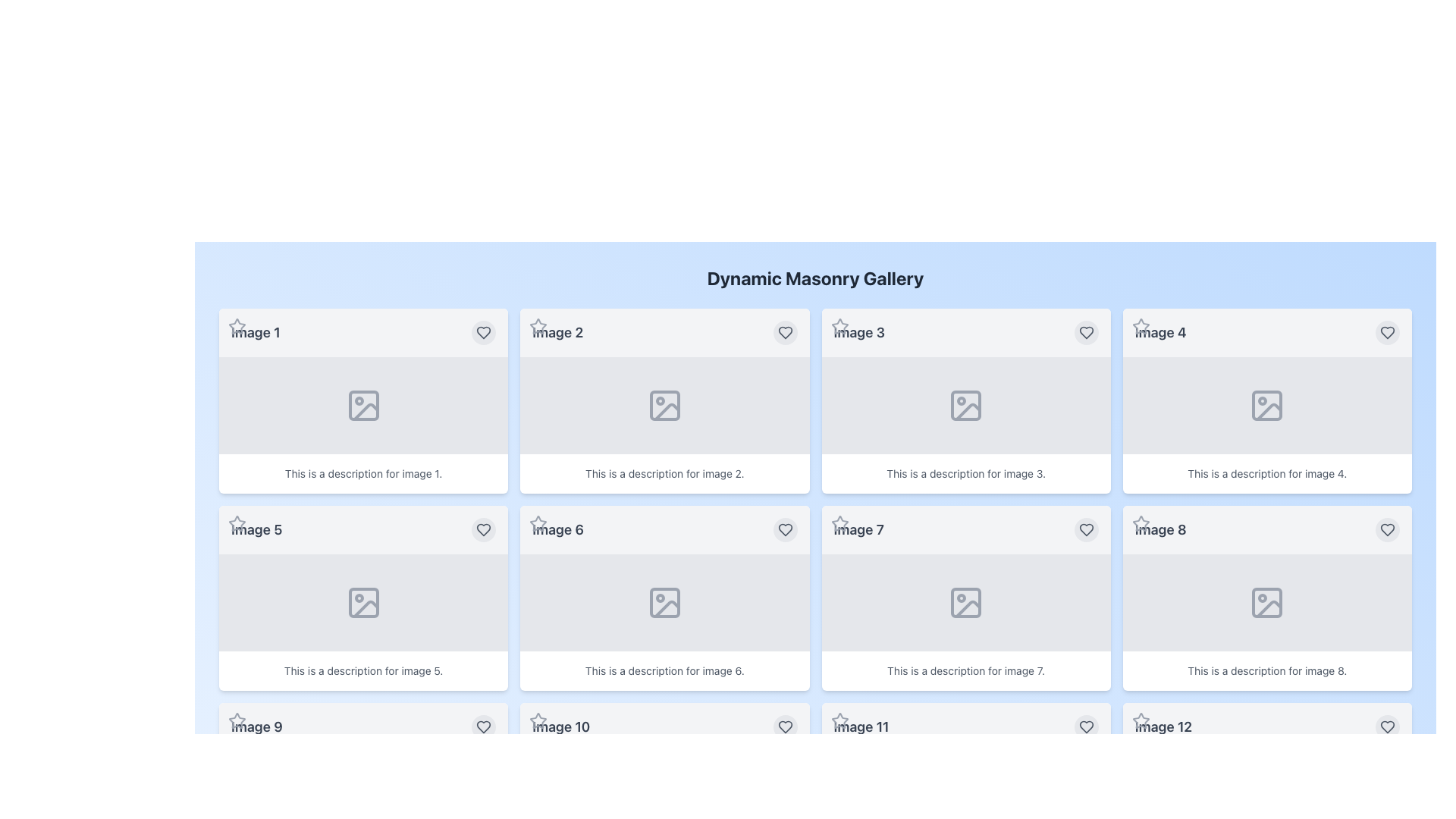 The image size is (1456, 819). Describe the element at coordinates (1267, 598) in the screenshot. I see `the Image card labeled 'Image 8', which features a white background, a bold label at the top left, a centered light gray image icon, and a description text at the bottom` at that location.